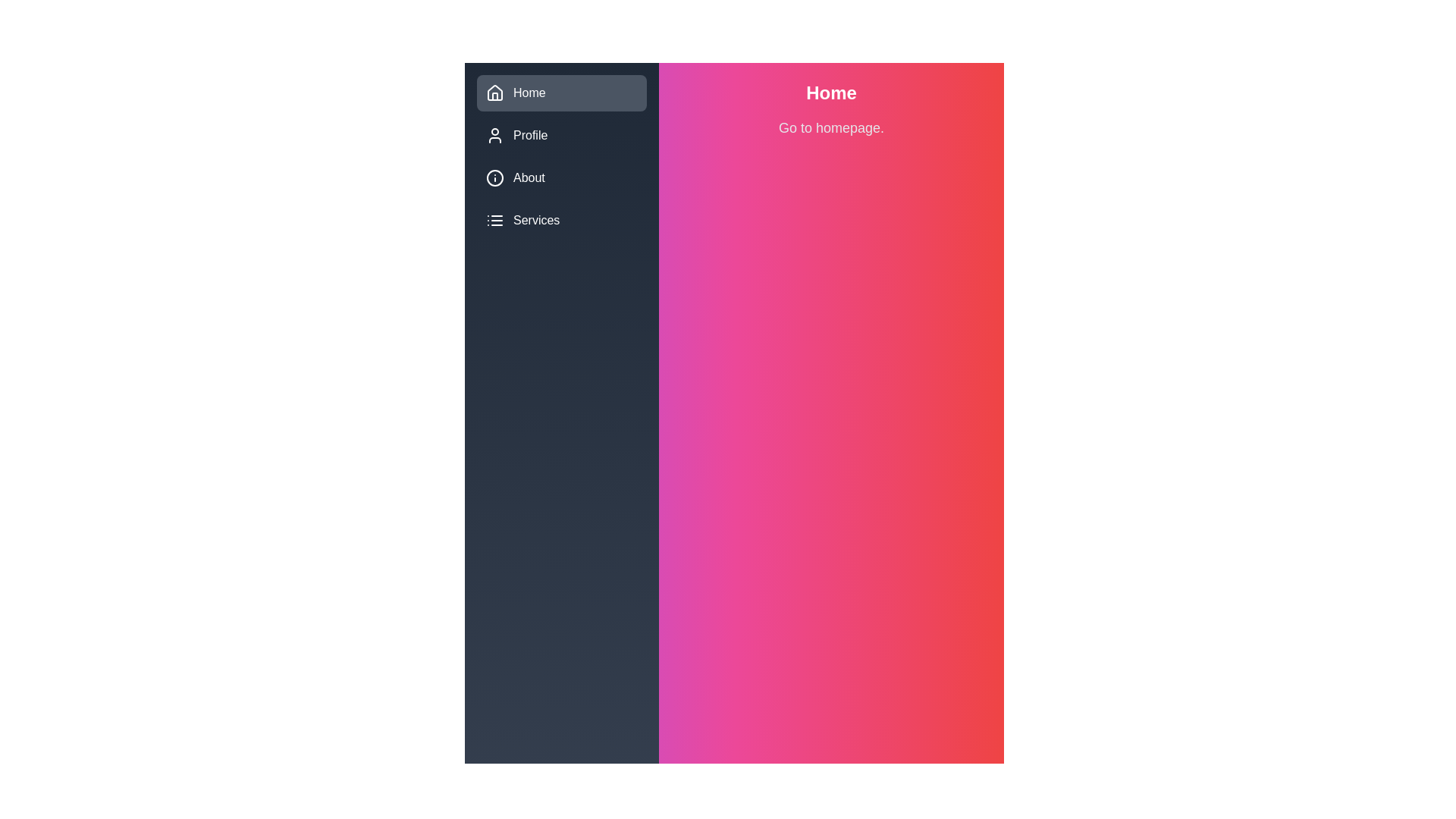 This screenshot has width=1456, height=819. Describe the element at coordinates (494, 220) in the screenshot. I see `the menu item corresponding to Services` at that location.